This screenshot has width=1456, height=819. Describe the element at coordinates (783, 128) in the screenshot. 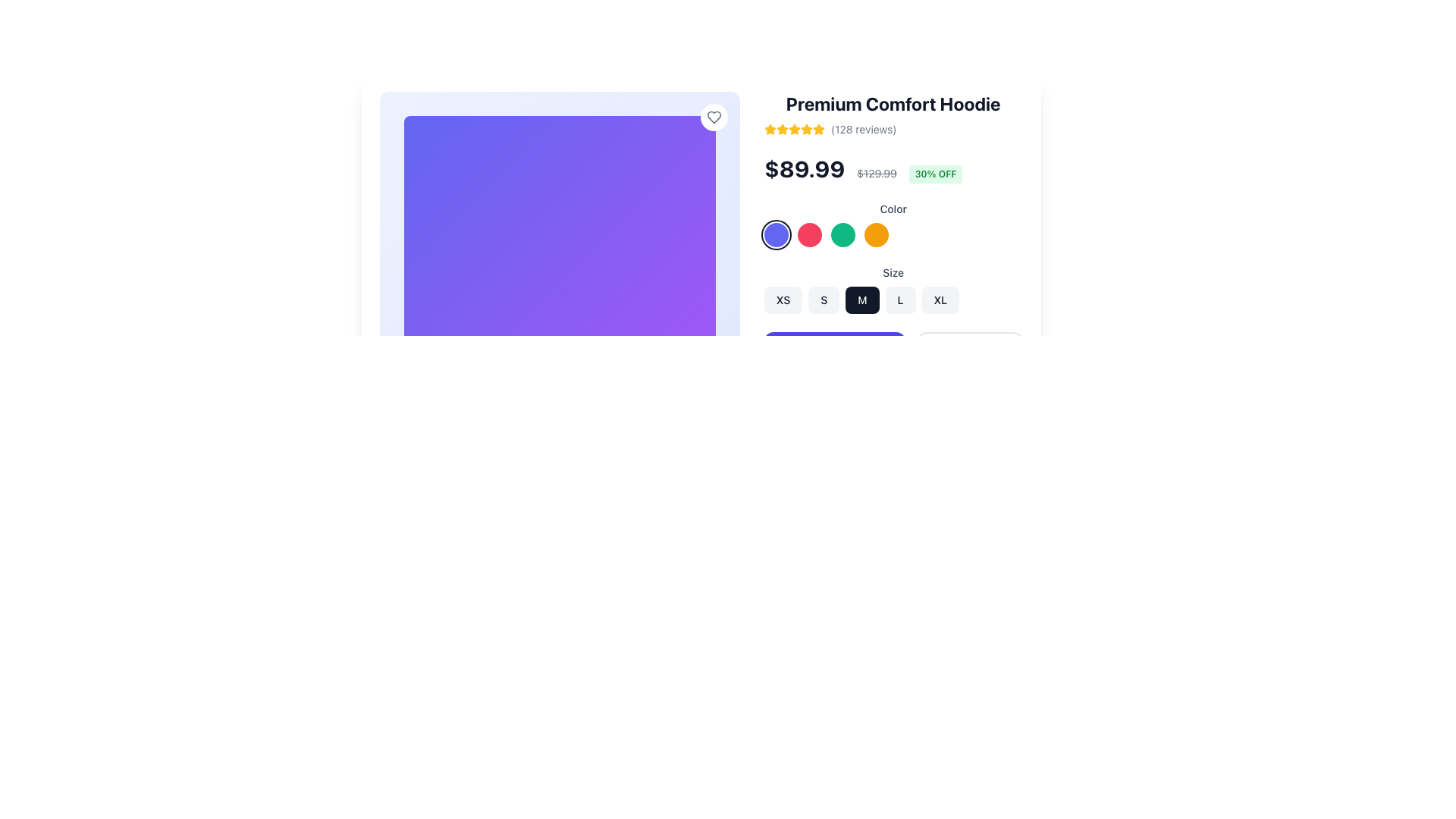

I see `the fifth star icon, which is yellow and located next to the title 'Premium Comfort Hoodie', to interact with the rating` at that location.